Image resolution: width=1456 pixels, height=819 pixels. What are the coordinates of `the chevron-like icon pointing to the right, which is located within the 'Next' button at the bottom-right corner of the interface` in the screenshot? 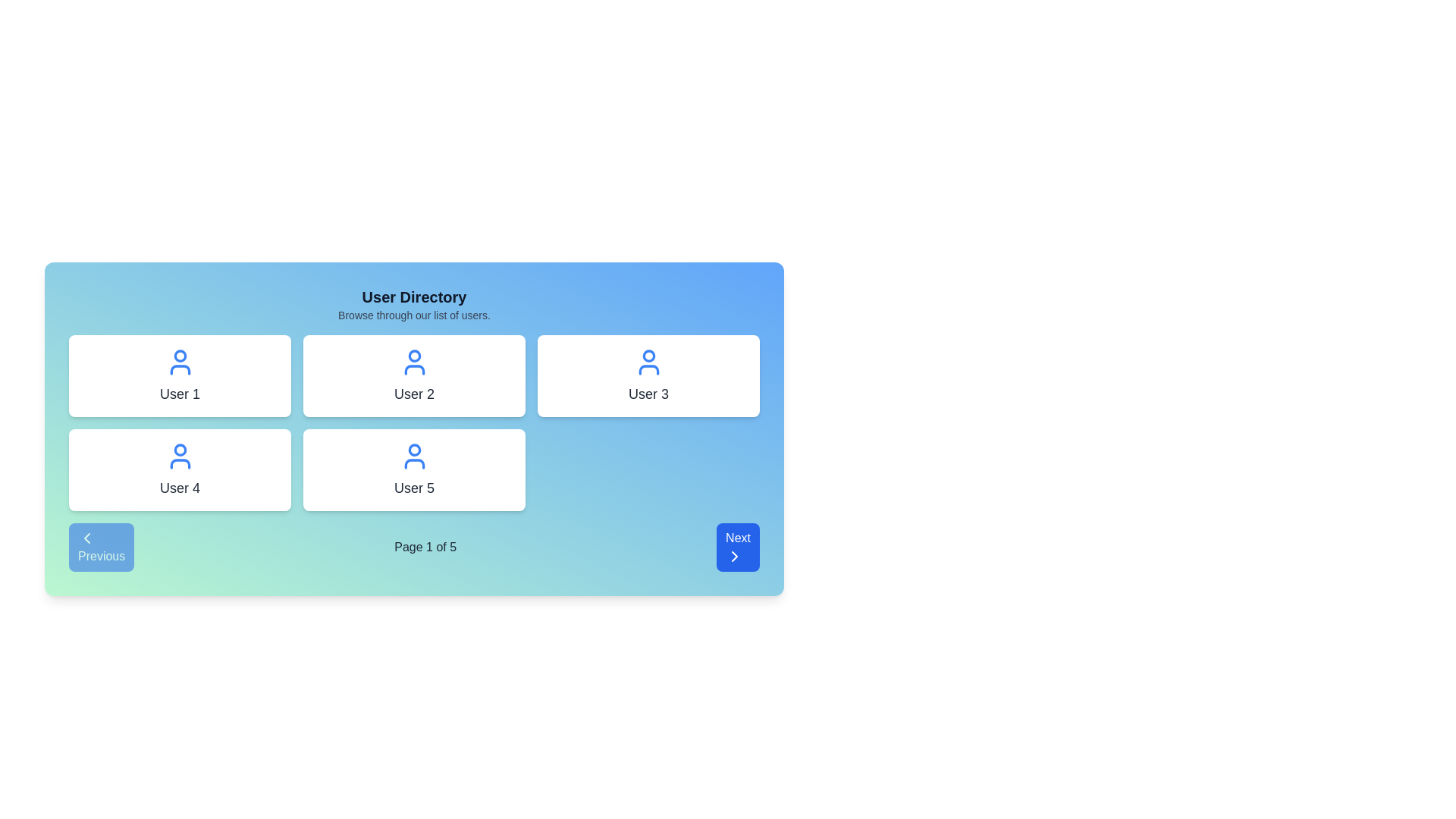 It's located at (735, 556).